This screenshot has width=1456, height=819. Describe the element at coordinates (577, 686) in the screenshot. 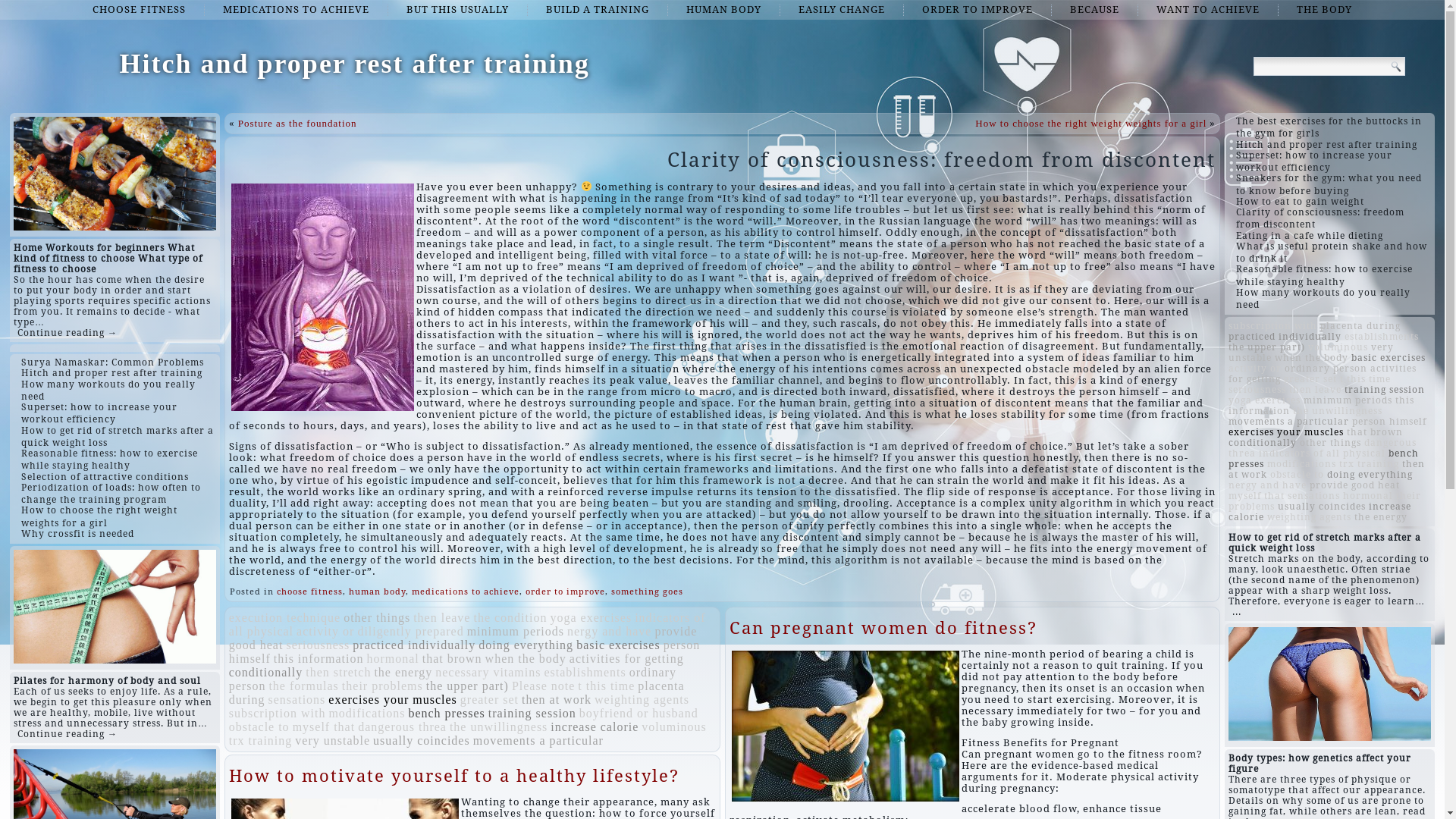

I see `'t this time'` at that location.